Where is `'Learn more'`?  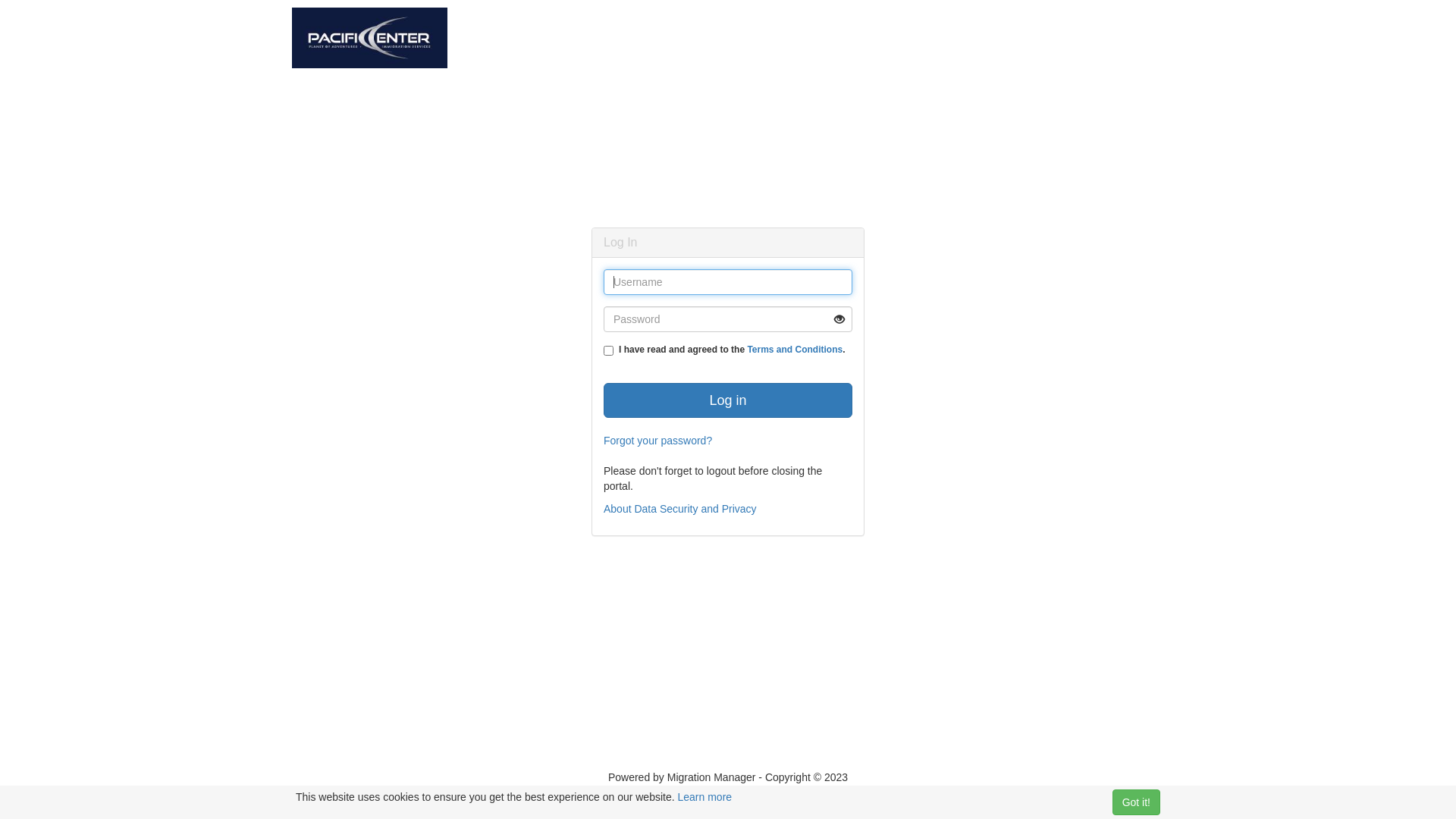
'Learn more' is located at coordinates (676, 795).